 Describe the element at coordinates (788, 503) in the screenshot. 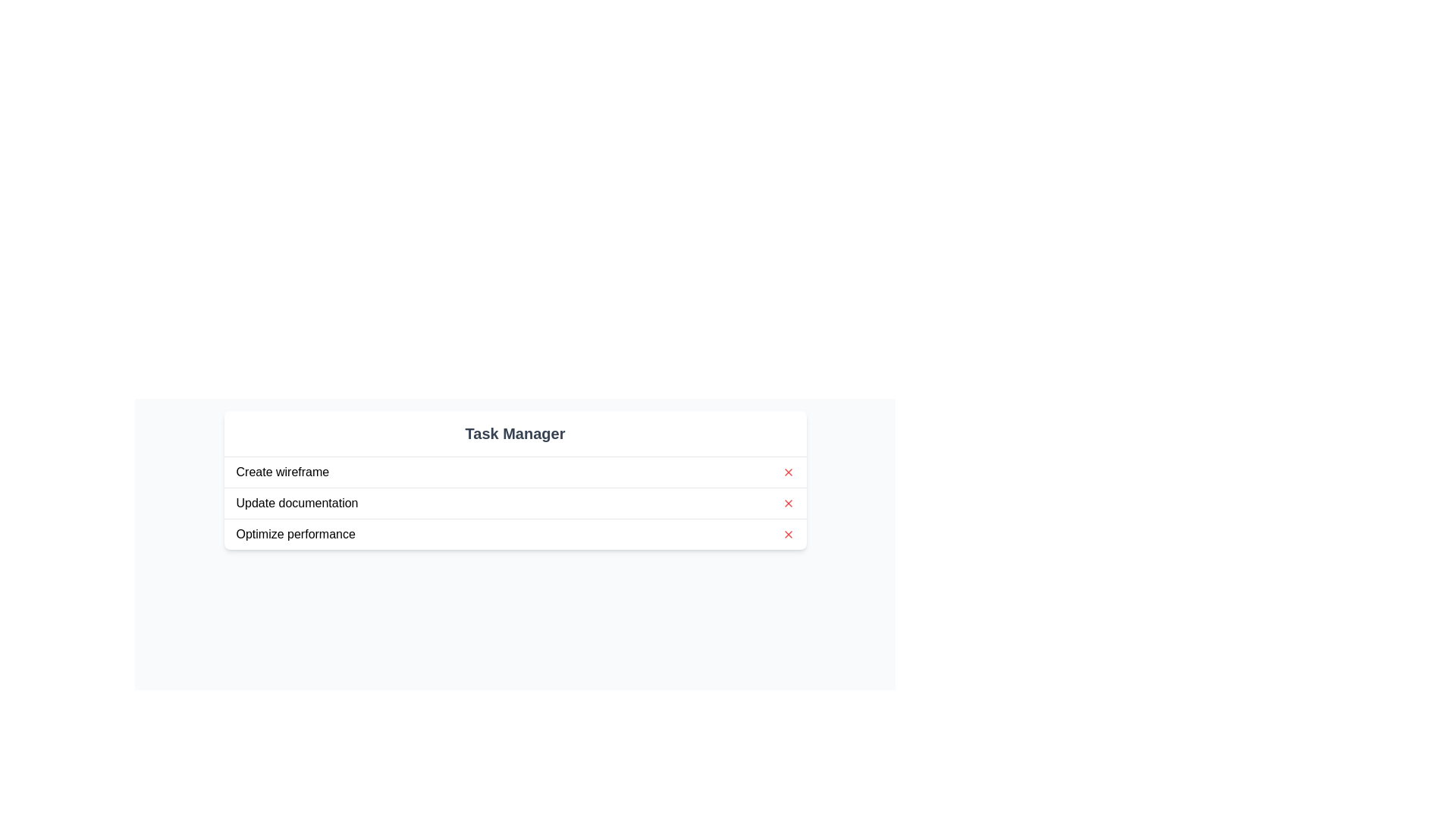

I see `the delete button located to the far right of the 'Update documentation' list item` at that location.